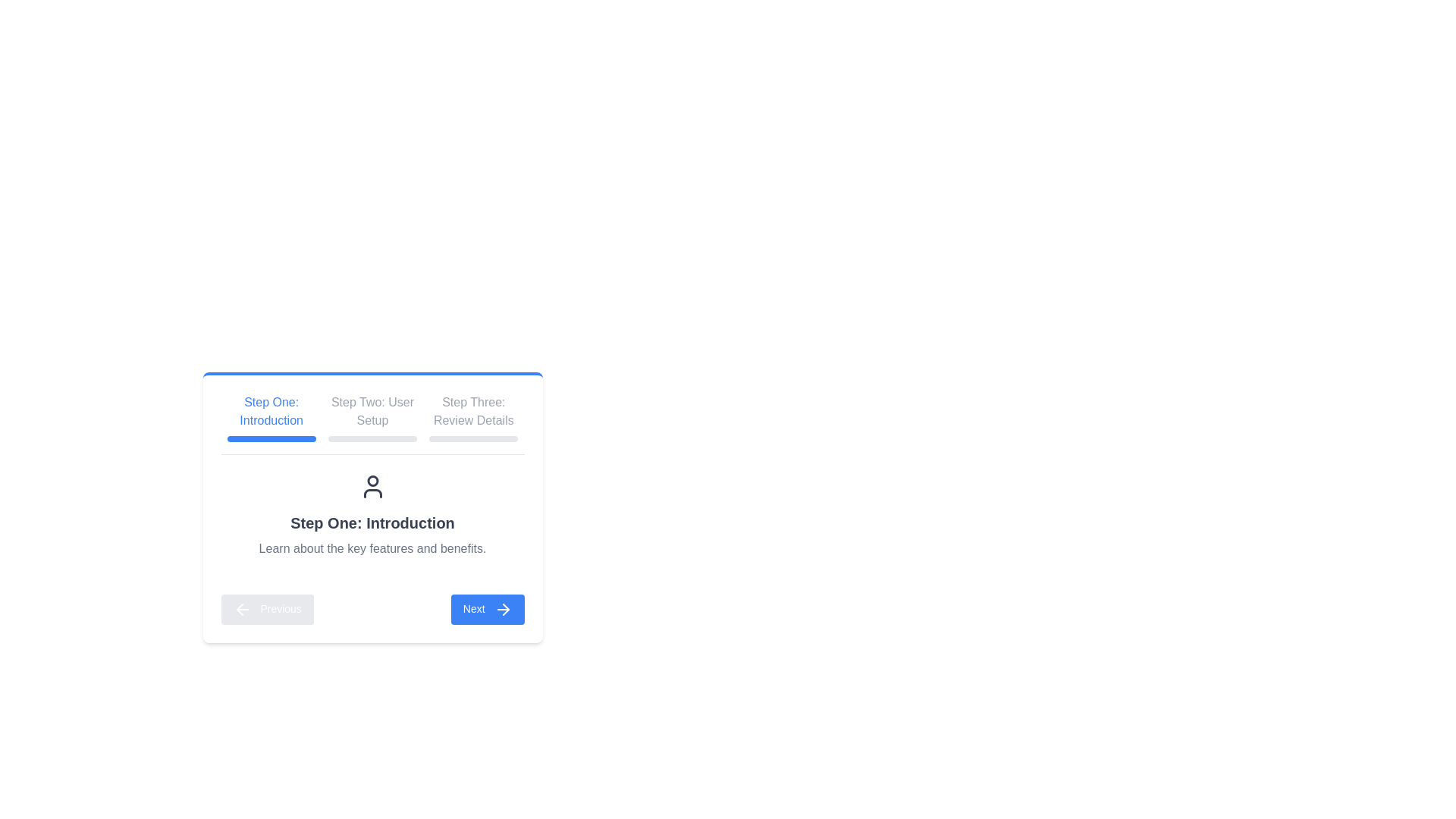 The height and width of the screenshot is (819, 1456). I want to click on the active 'Next' button in the Navigation Control Group, which is positioned at the bottom center of the card layout, so click(372, 608).